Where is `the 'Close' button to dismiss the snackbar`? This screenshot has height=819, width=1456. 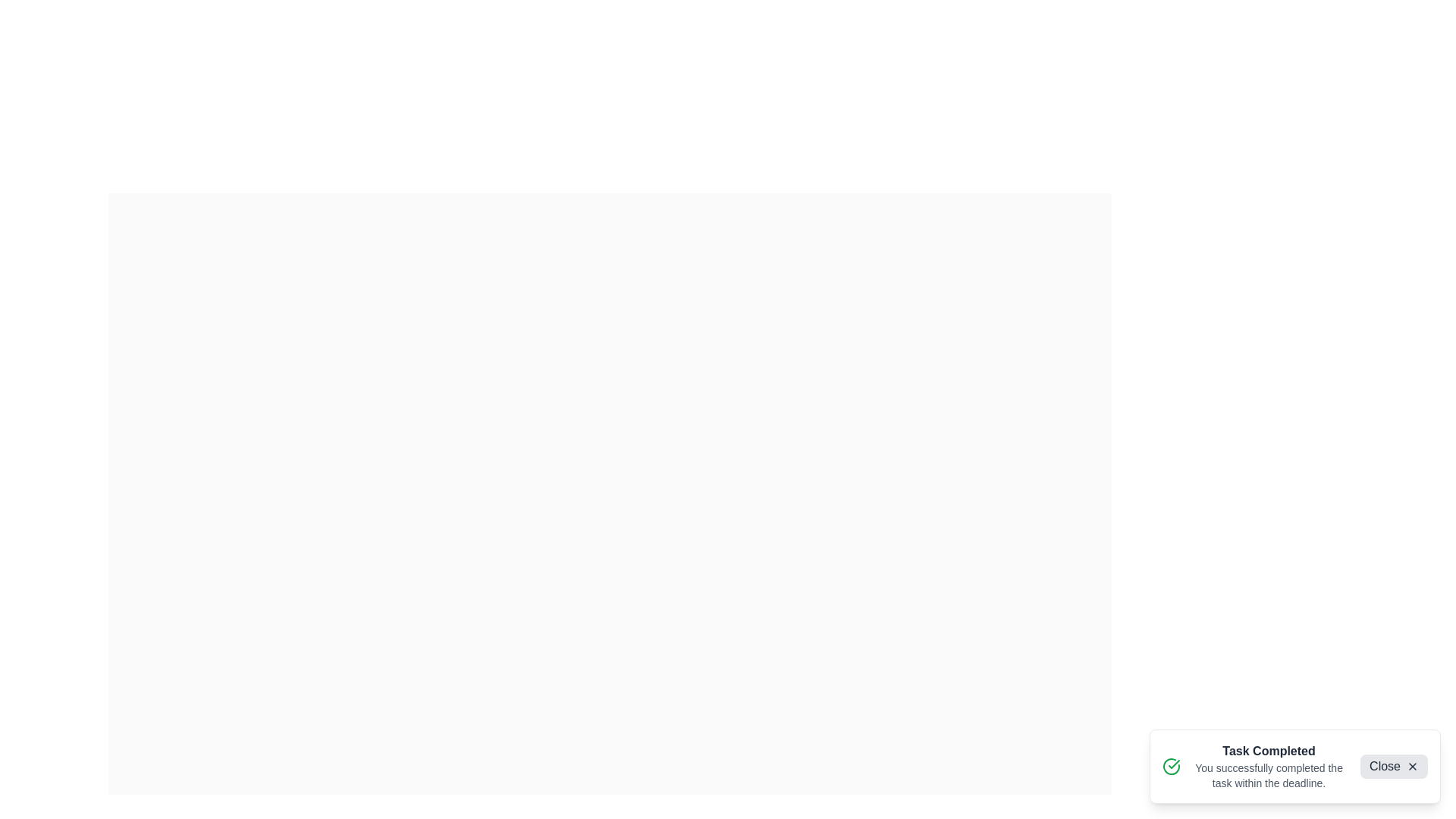
the 'Close' button to dismiss the snackbar is located at coordinates (1394, 766).